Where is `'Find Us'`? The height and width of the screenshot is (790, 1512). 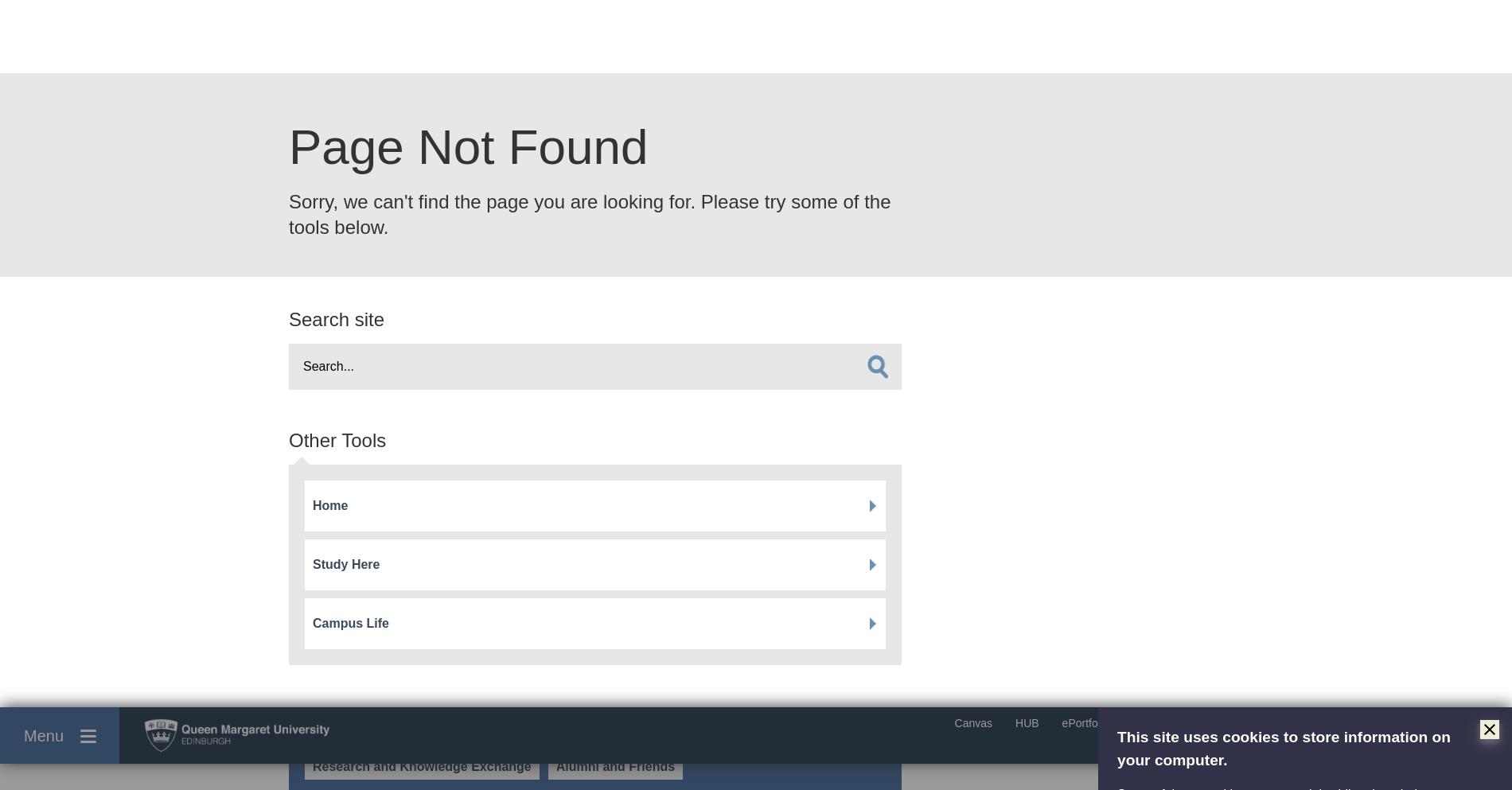
'Find Us' is located at coordinates (1089, 641).